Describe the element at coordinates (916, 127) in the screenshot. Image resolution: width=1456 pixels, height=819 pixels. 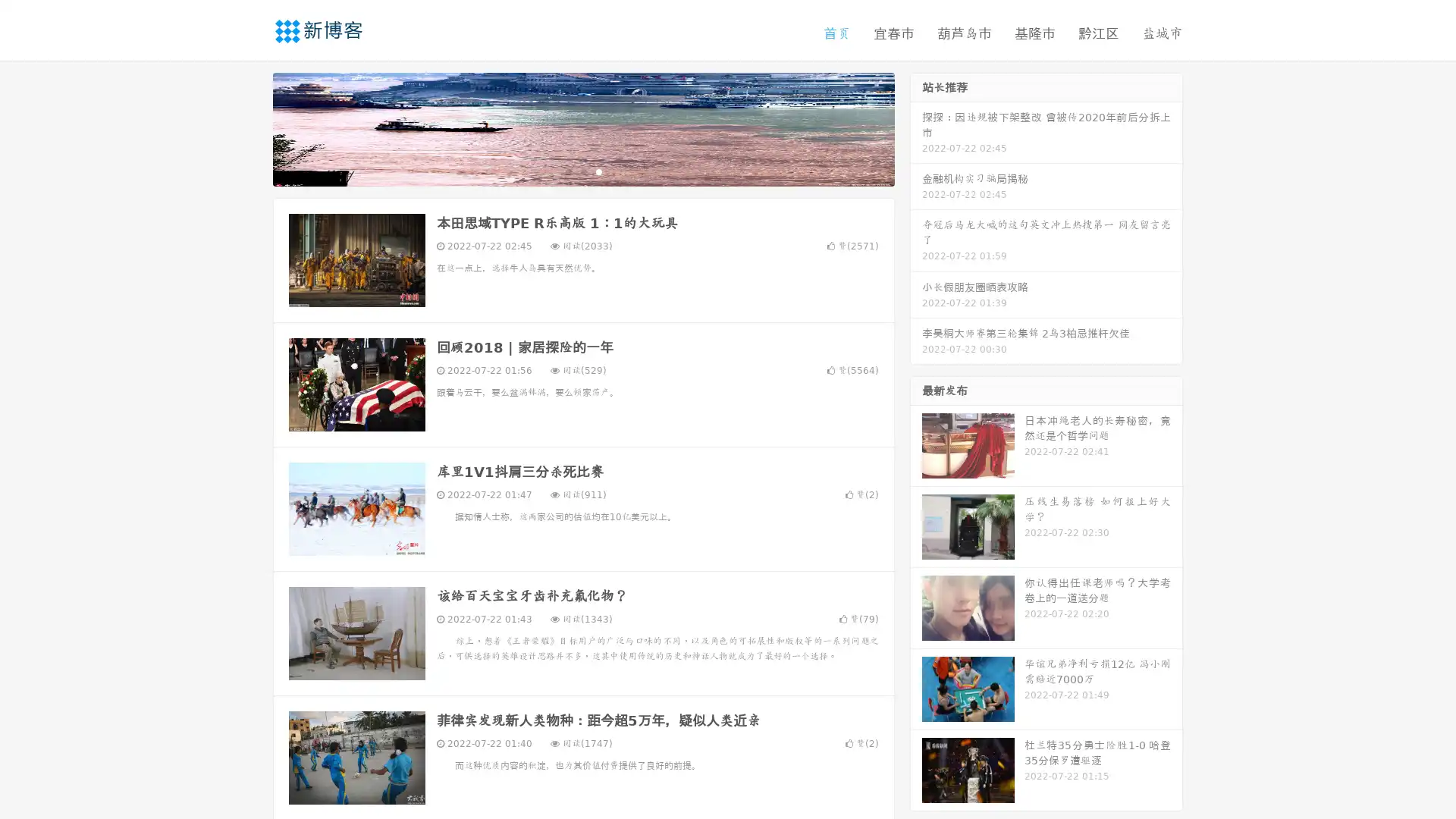
I see `Next slide` at that location.